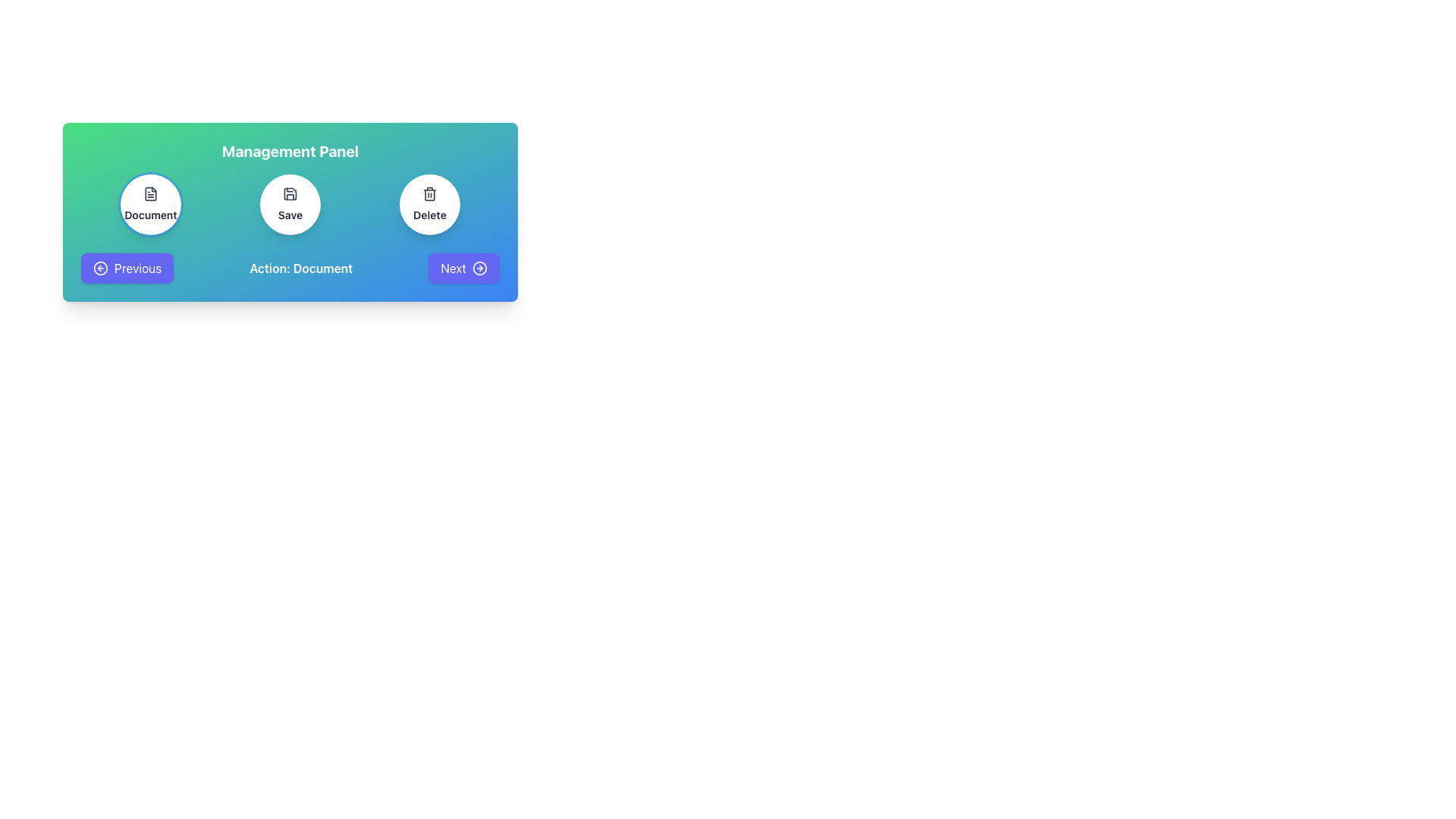 The height and width of the screenshot is (819, 1456). Describe the element at coordinates (150, 205) in the screenshot. I see `the circular button labeled 'Document' which has a white background and a document icon at the top` at that location.